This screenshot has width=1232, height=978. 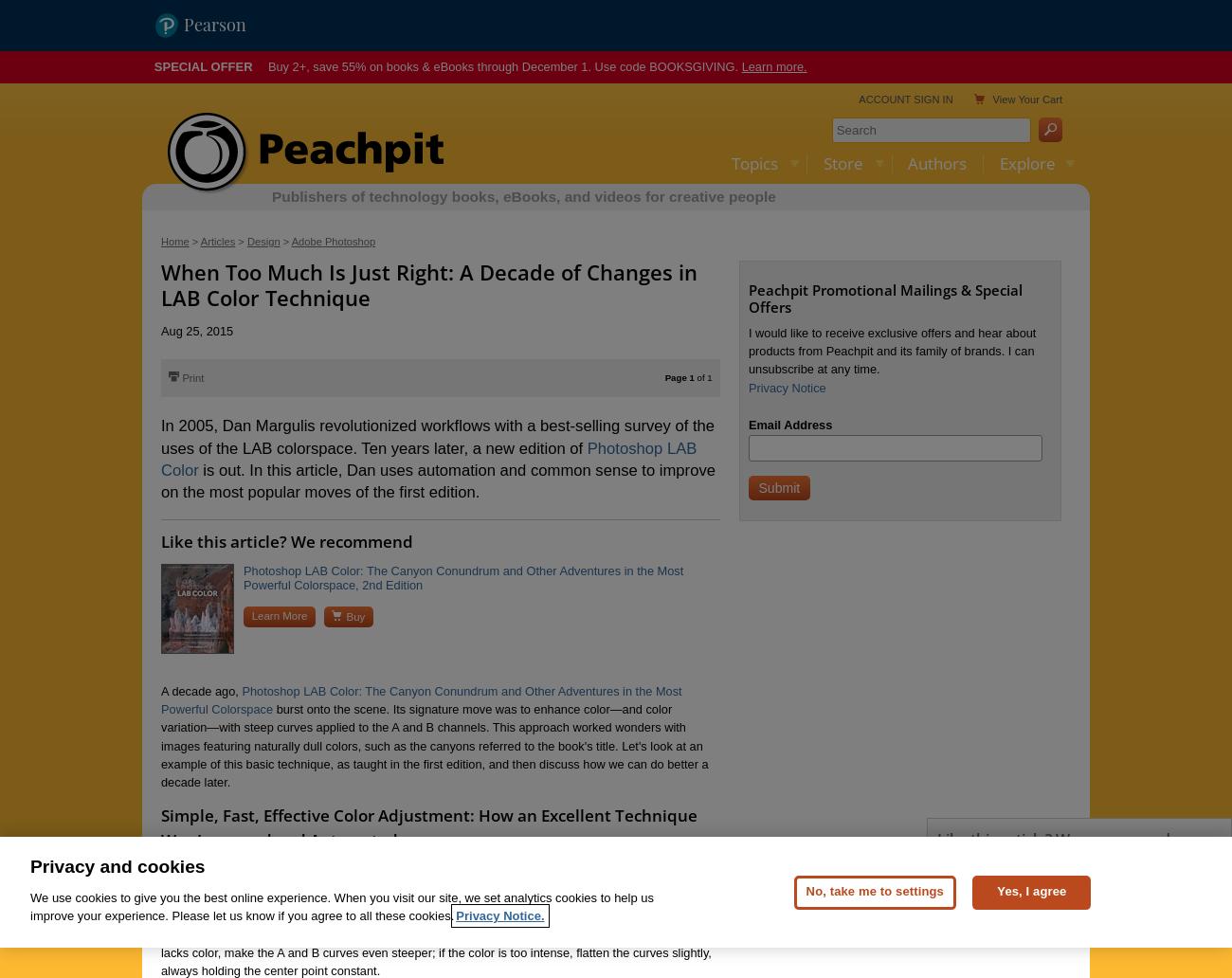 I want to click on 'of 1', so click(x=702, y=376).